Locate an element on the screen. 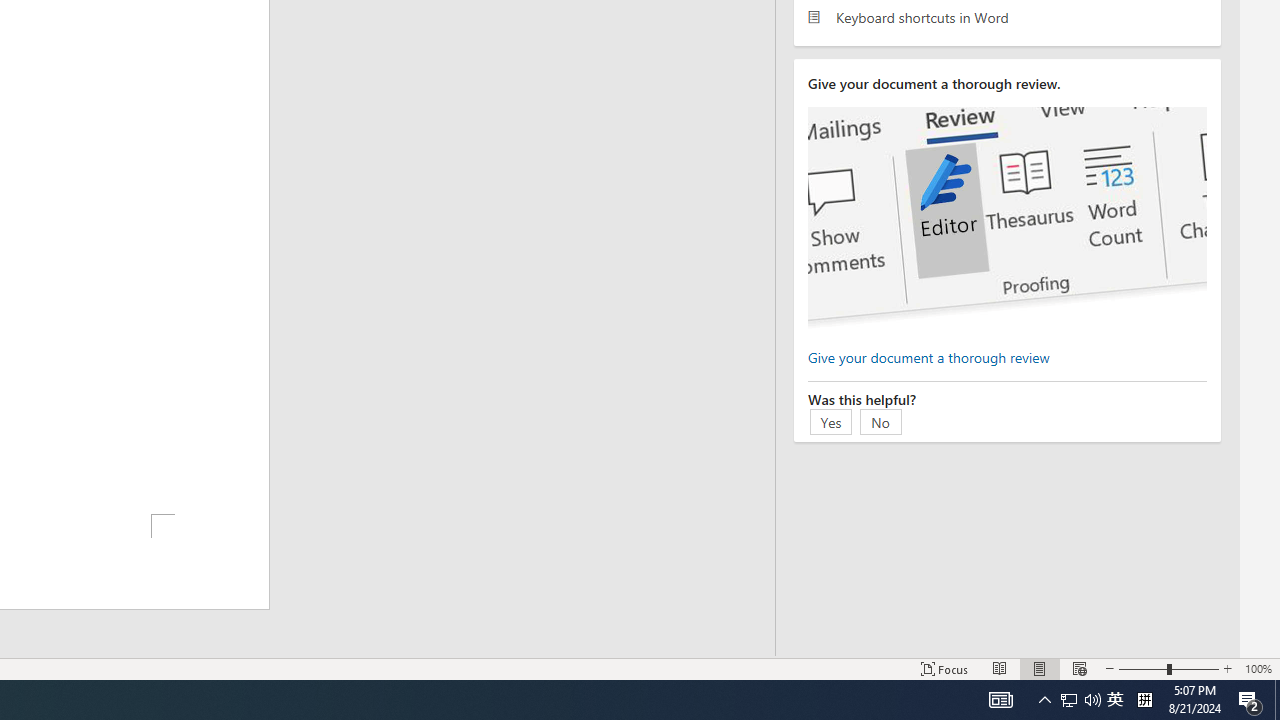  'Yes' is located at coordinates (831, 420).